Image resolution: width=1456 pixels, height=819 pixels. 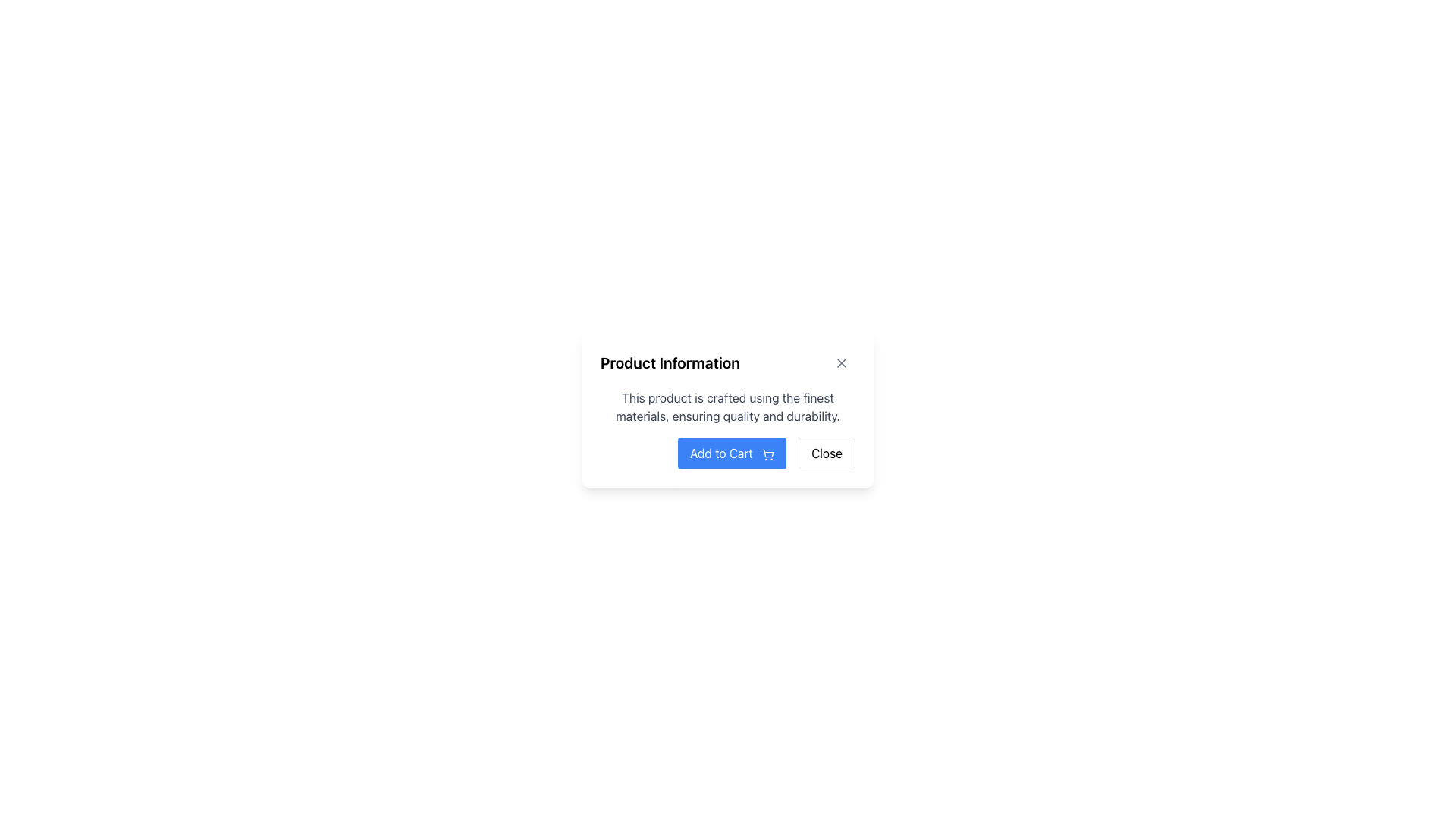 What do you see at coordinates (840, 362) in the screenshot?
I see `the Close Icon Button, which resembles a small 'X' symbol styled with thin gray lines, located in the top-right corner of the modal overlay displaying product information` at bounding box center [840, 362].